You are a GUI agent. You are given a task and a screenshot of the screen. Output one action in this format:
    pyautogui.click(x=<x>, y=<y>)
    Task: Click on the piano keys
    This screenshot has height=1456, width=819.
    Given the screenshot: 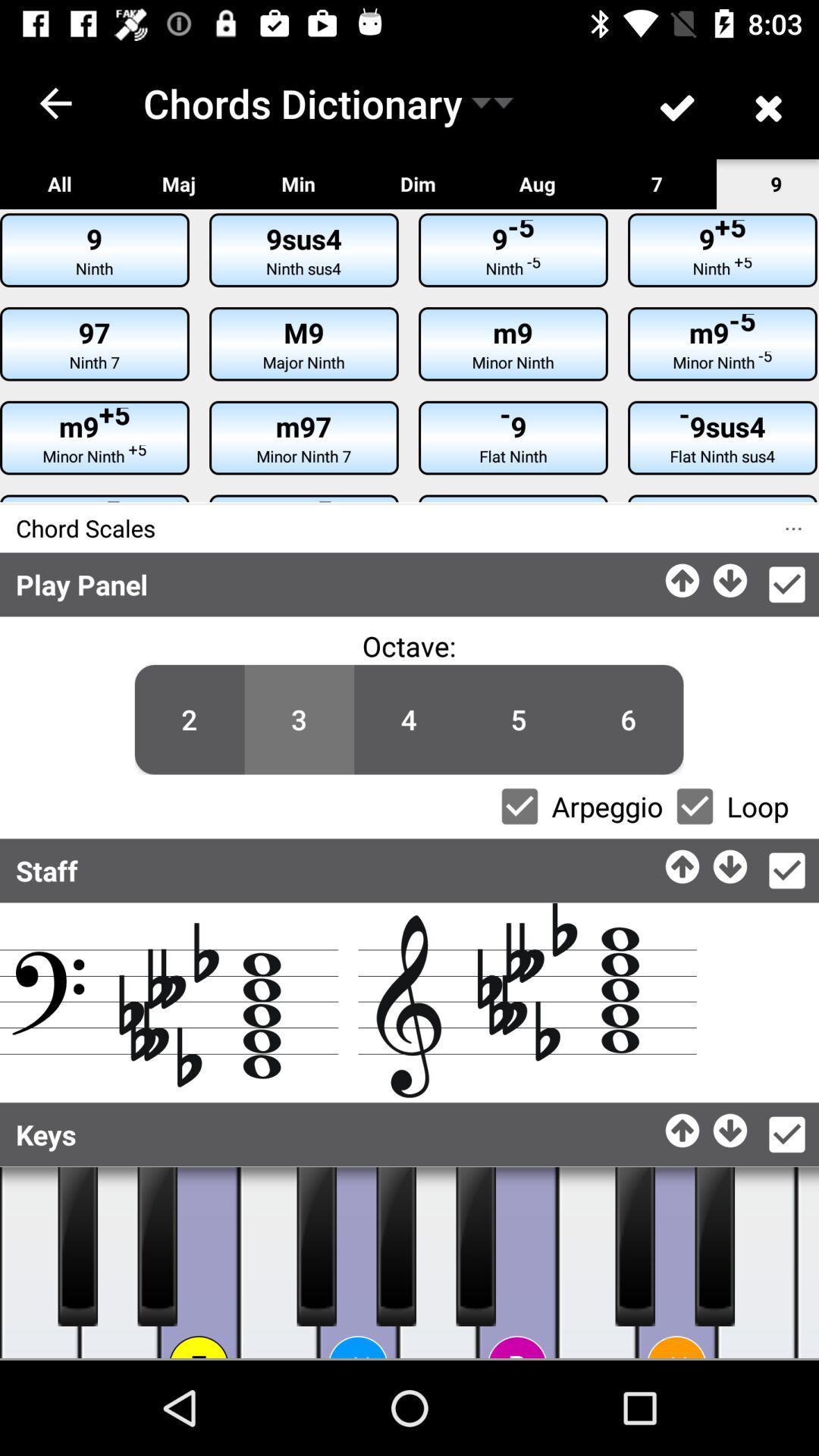 What is the action you would take?
    pyautogui.click(x=157, y=1246)
    